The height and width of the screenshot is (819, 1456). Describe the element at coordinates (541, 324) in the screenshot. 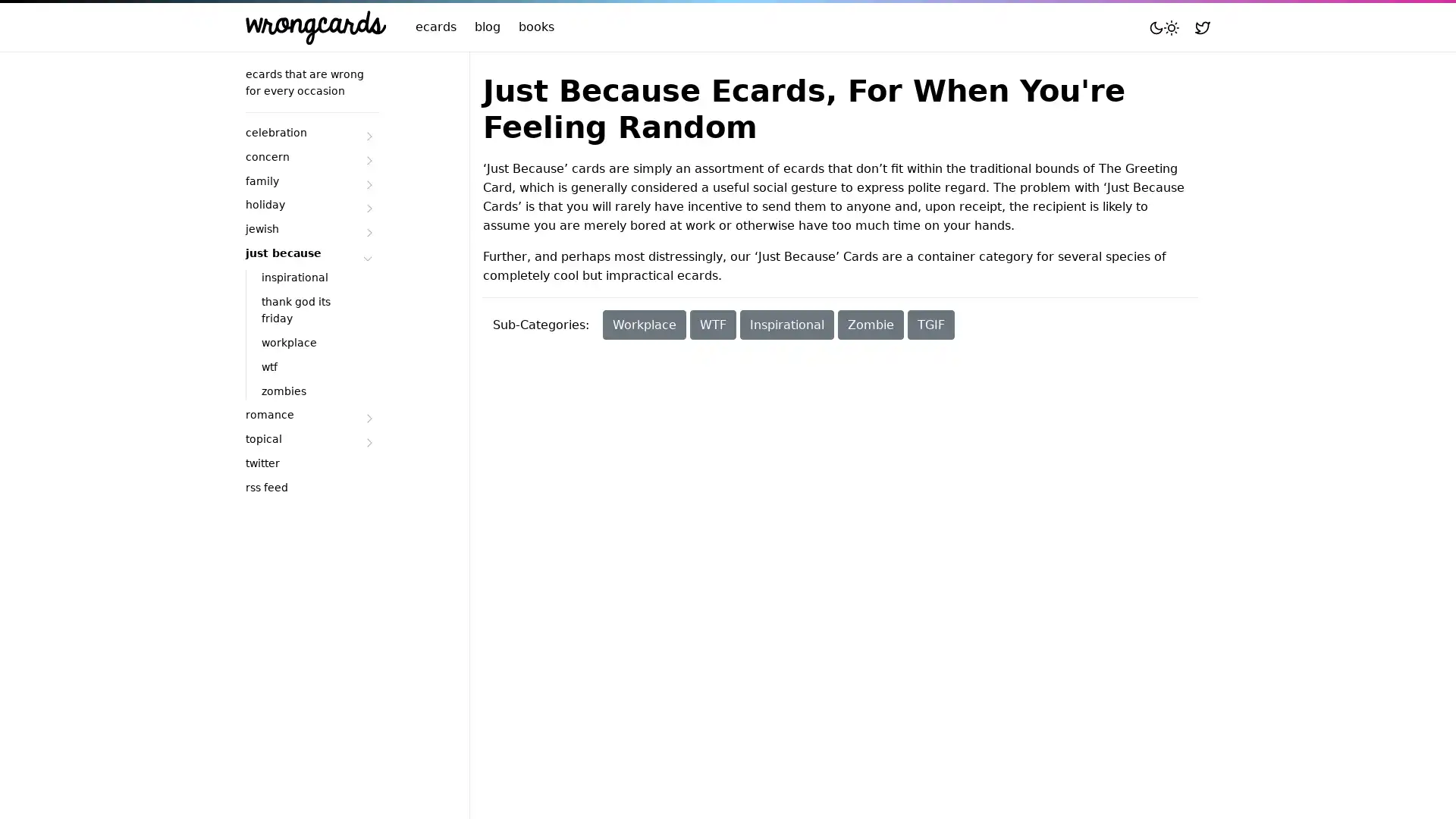

I see `Sub-Categories:` at that location.